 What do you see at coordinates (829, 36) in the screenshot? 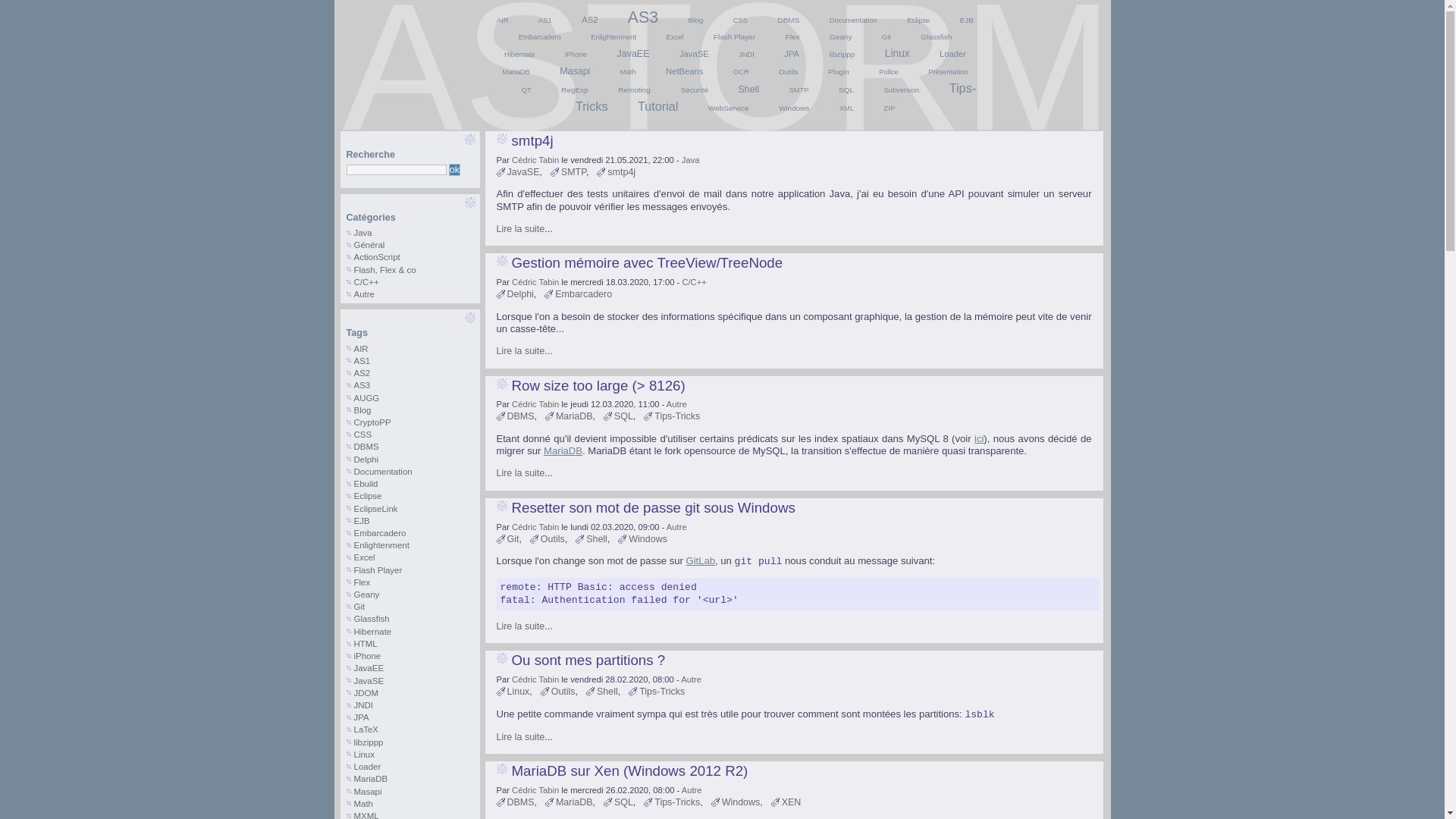
I see `'Geany'` at bounding box center [829, 36].